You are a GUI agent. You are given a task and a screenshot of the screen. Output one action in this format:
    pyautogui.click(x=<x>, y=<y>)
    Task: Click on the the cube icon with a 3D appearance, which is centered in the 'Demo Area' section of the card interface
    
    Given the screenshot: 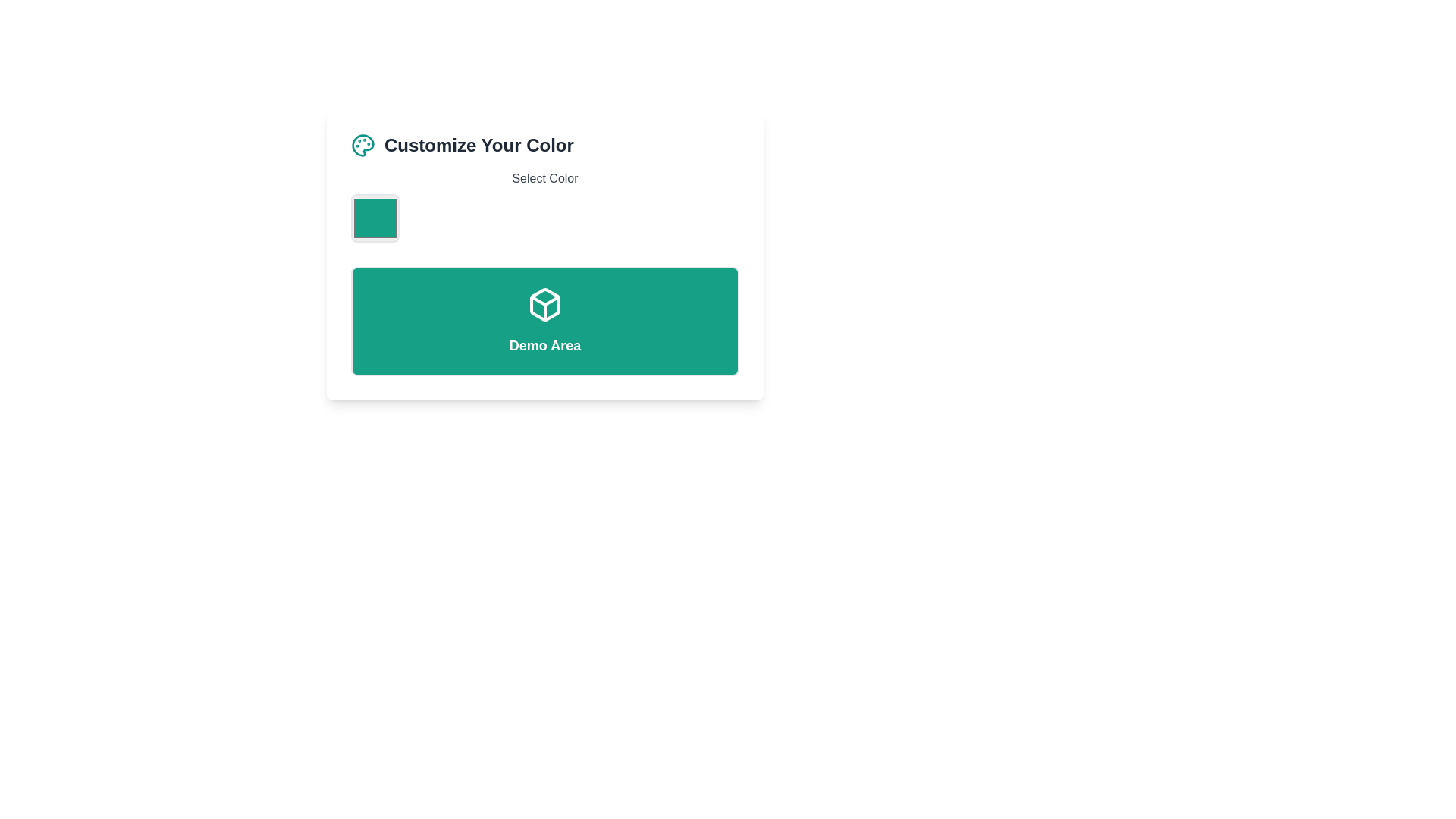 What is the action you would take?
    pyautogui.click(x=545, y=304)
    